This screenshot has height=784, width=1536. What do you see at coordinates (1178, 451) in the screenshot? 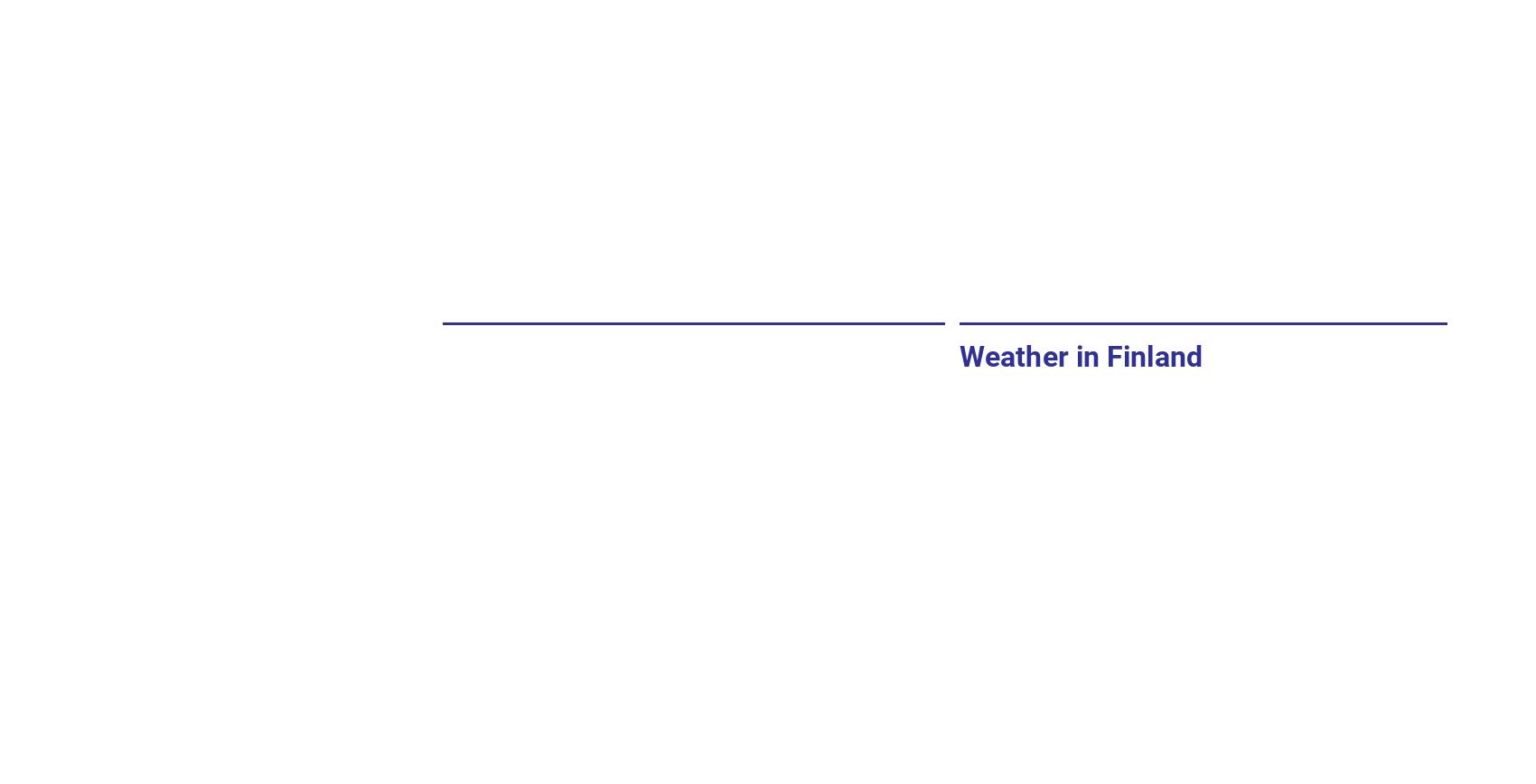
I see `'Min temperature'` at bounding box center [1178, 451].